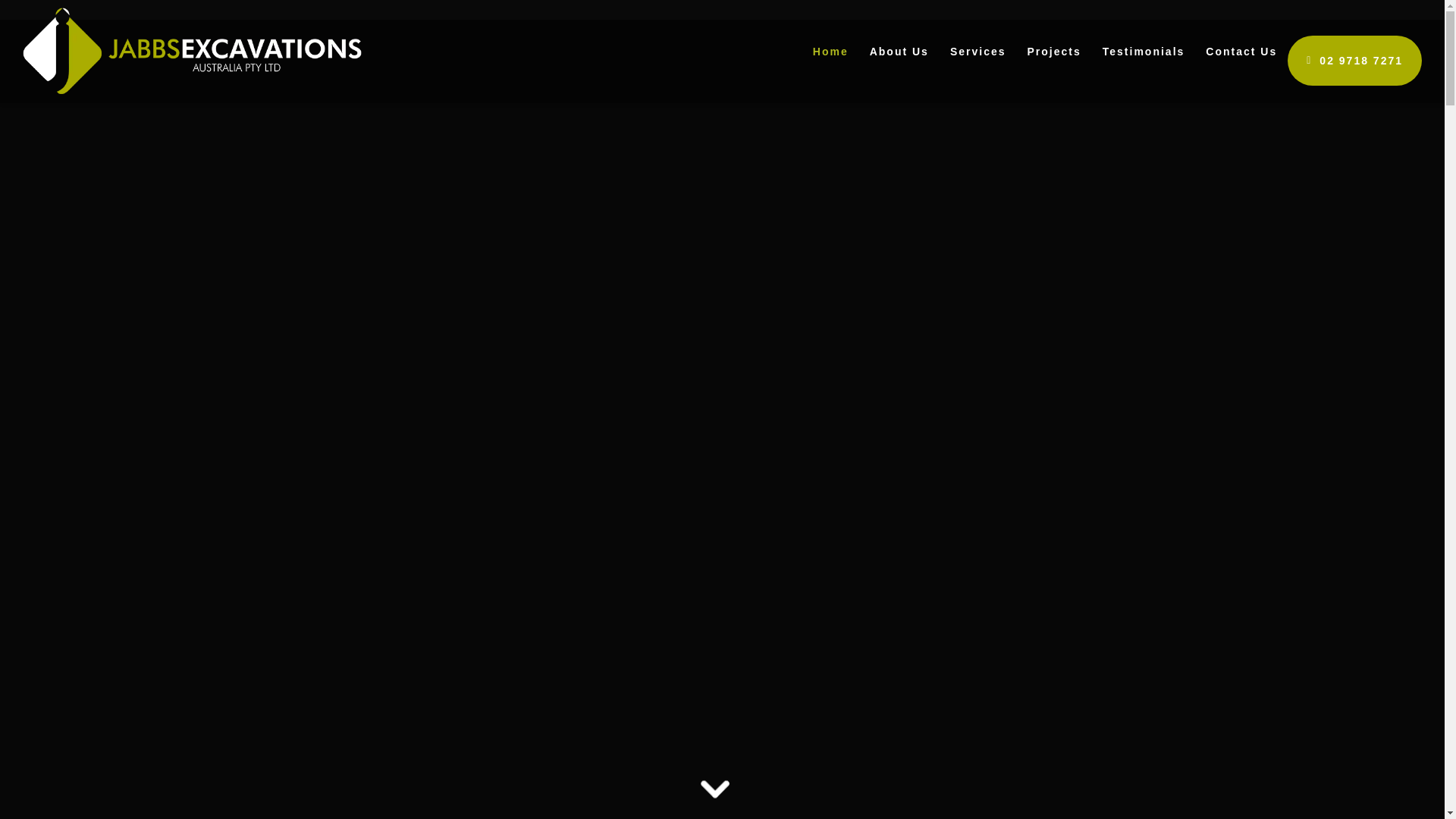 This screenshot has height=819, width=1456. Describe the element at coordinates (1241, 51) in the screenshot. I see `'Contact Us'` at that location.